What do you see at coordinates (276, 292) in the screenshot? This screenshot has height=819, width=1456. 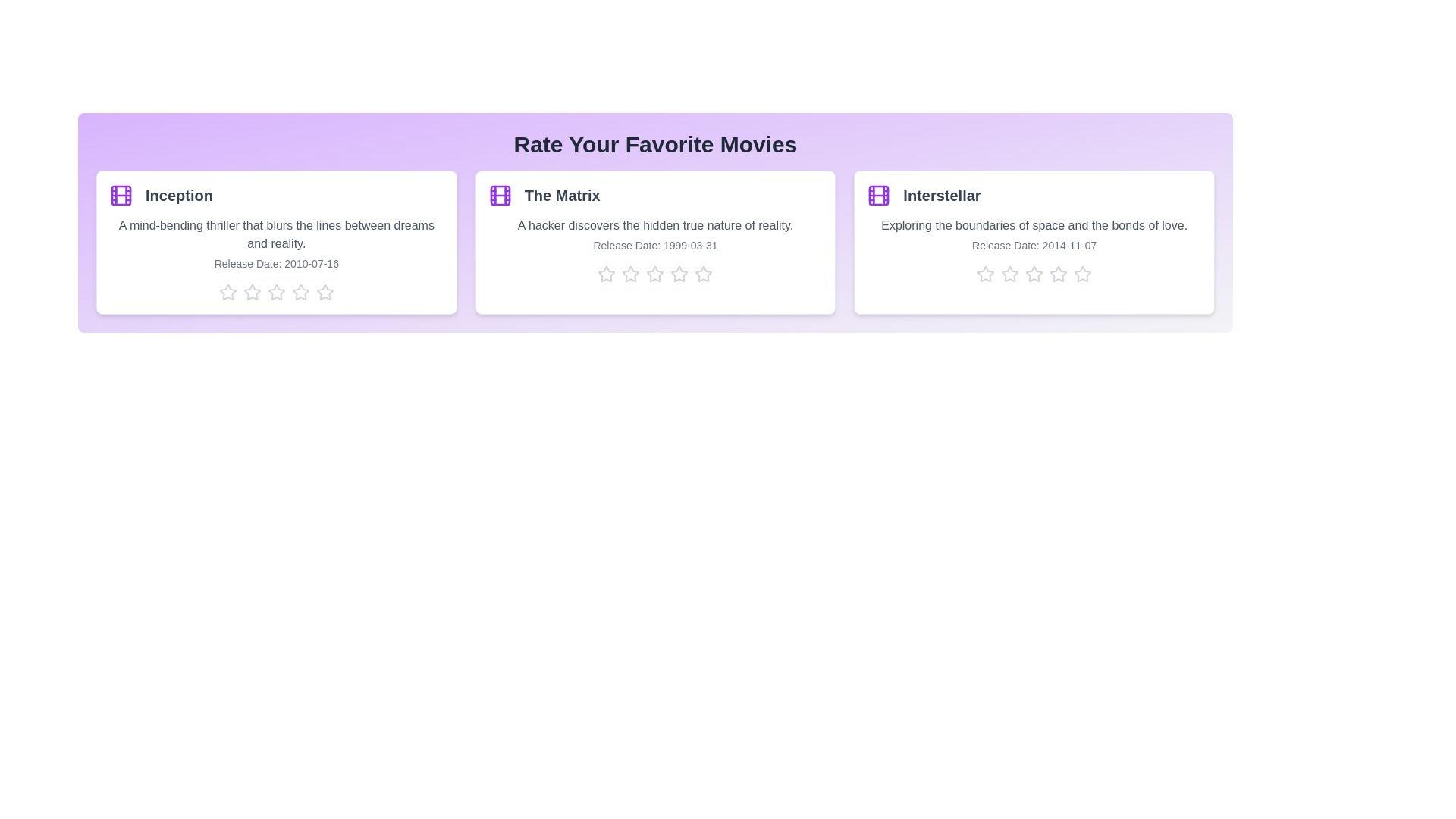 I see `the star corresponding to 3 stars for the movie Inception` at bounding box center [276, 292].